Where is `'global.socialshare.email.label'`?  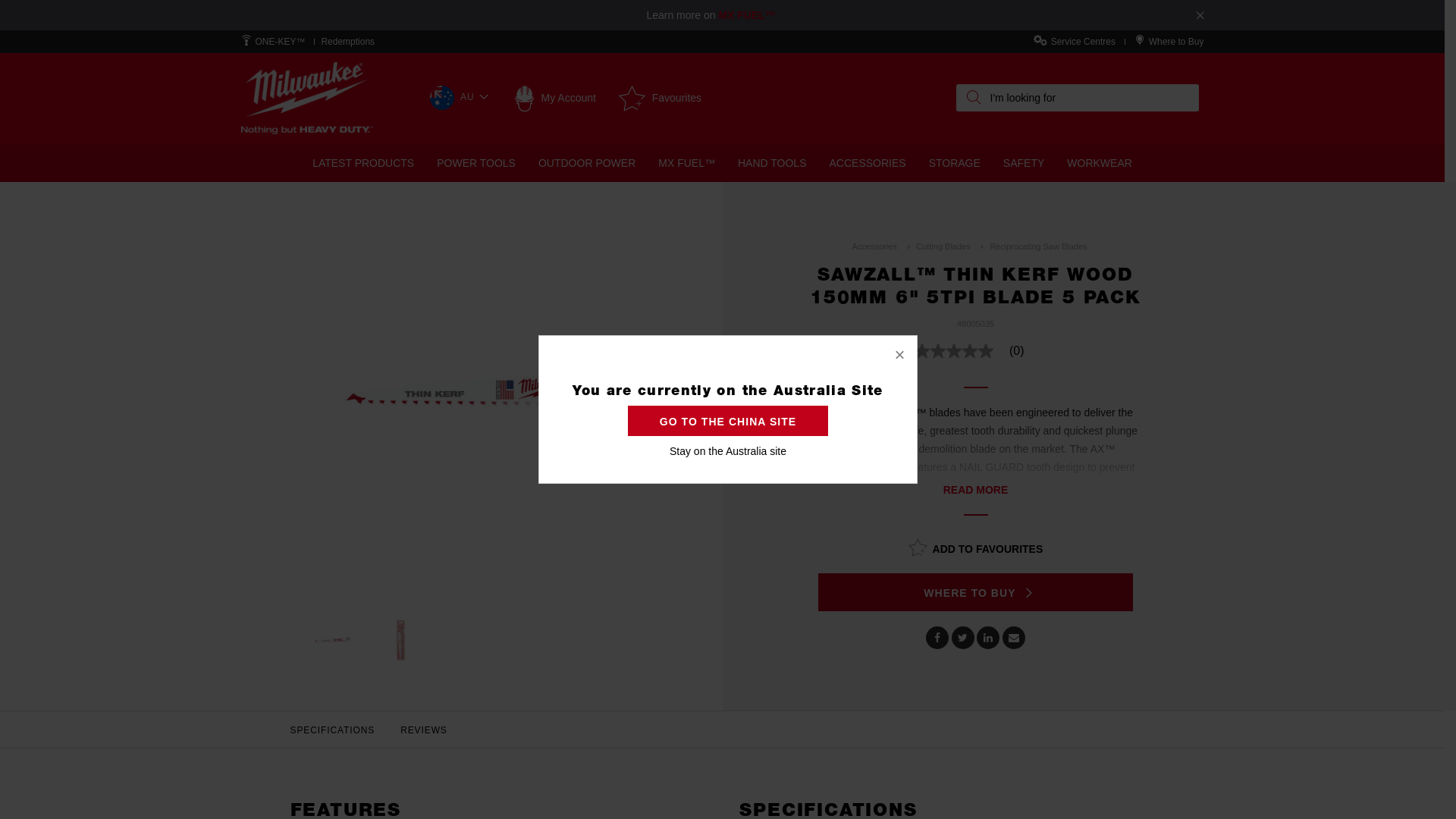
'global.socialshare.email.label' is located at coordinates (1014, 637).